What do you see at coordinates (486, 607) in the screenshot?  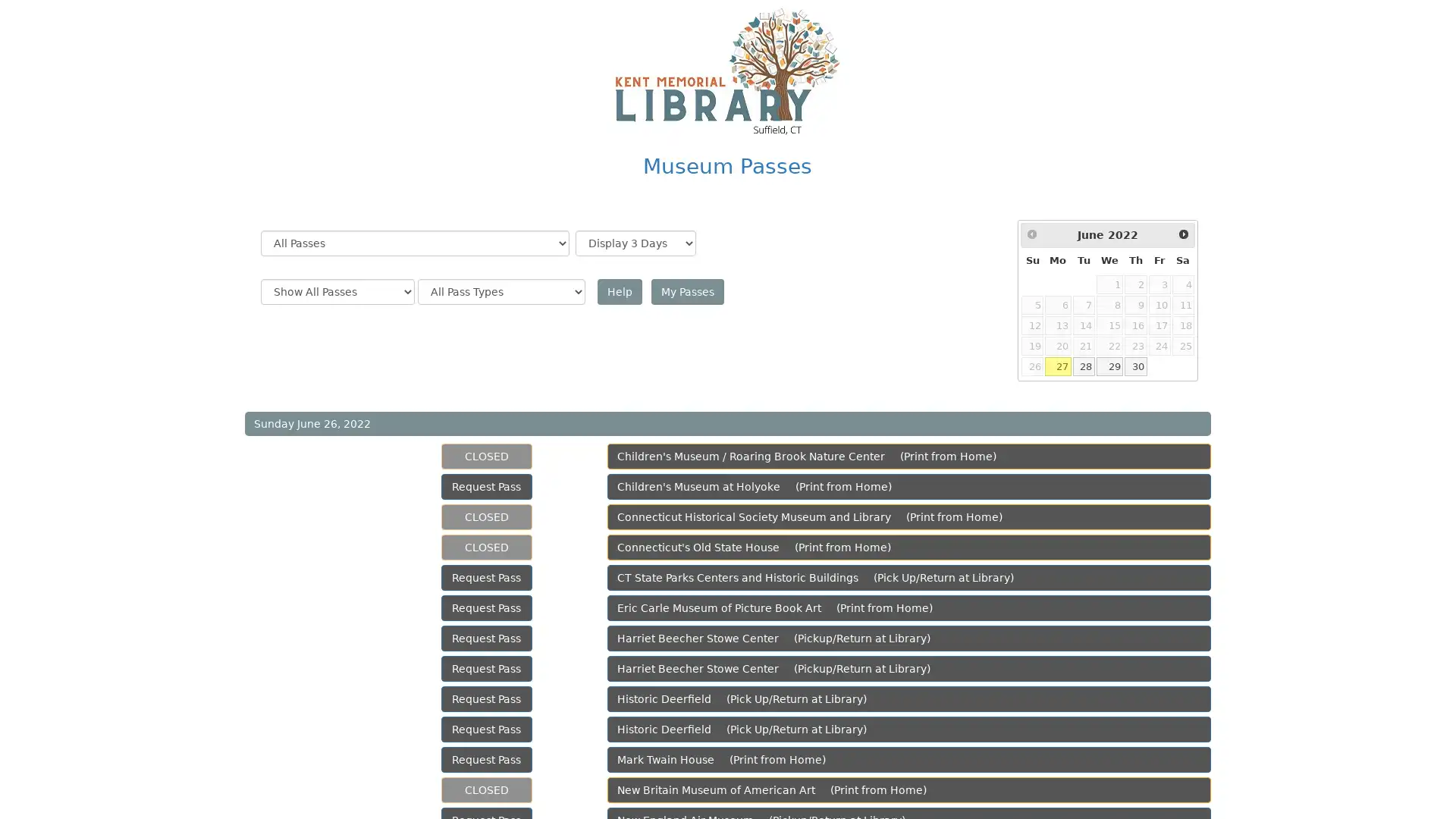 I see `Request Pass` at bounding box center [486, 607].